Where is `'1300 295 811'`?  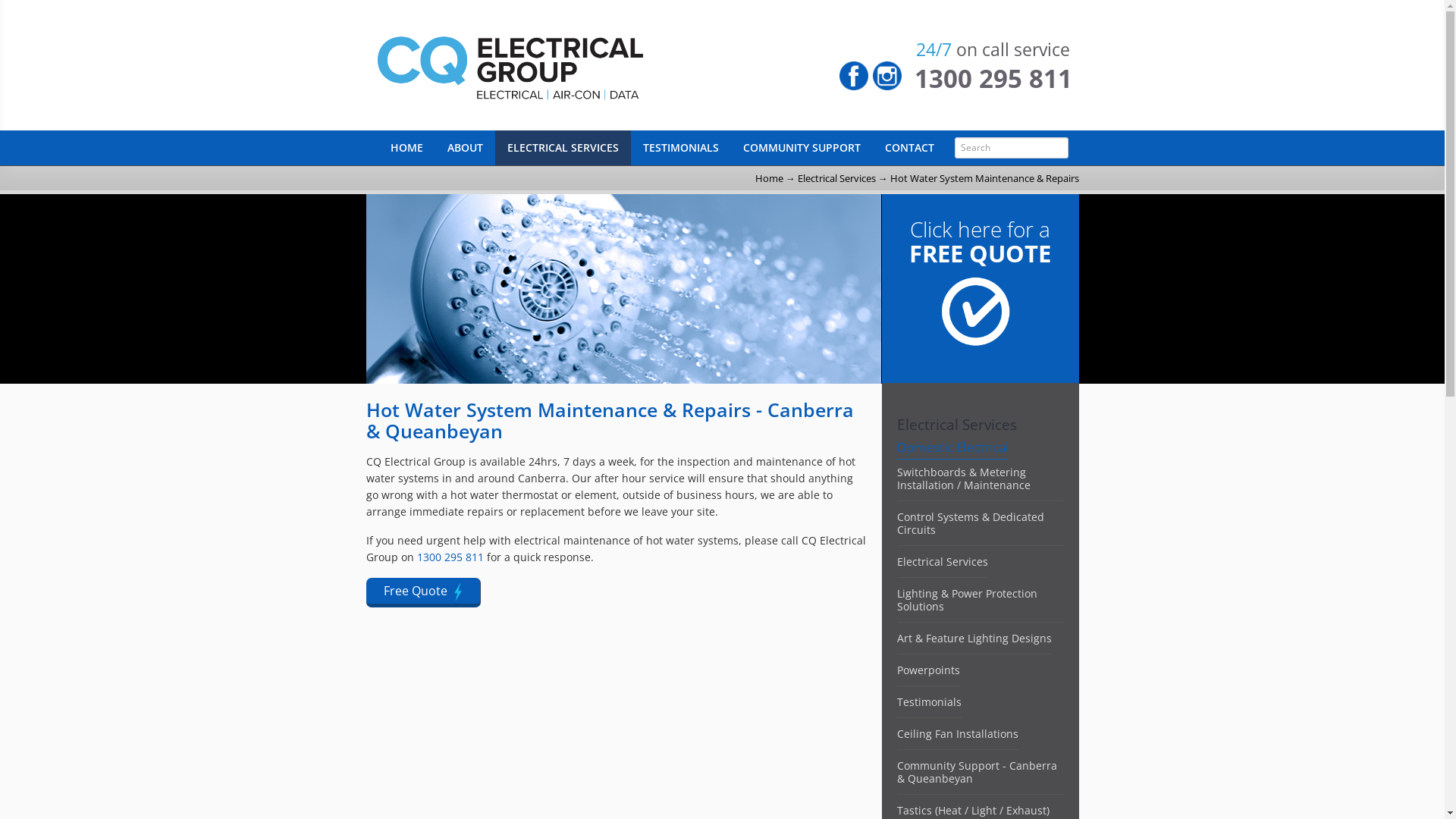
'1300 295 811' is located at coordinates (450, 557).